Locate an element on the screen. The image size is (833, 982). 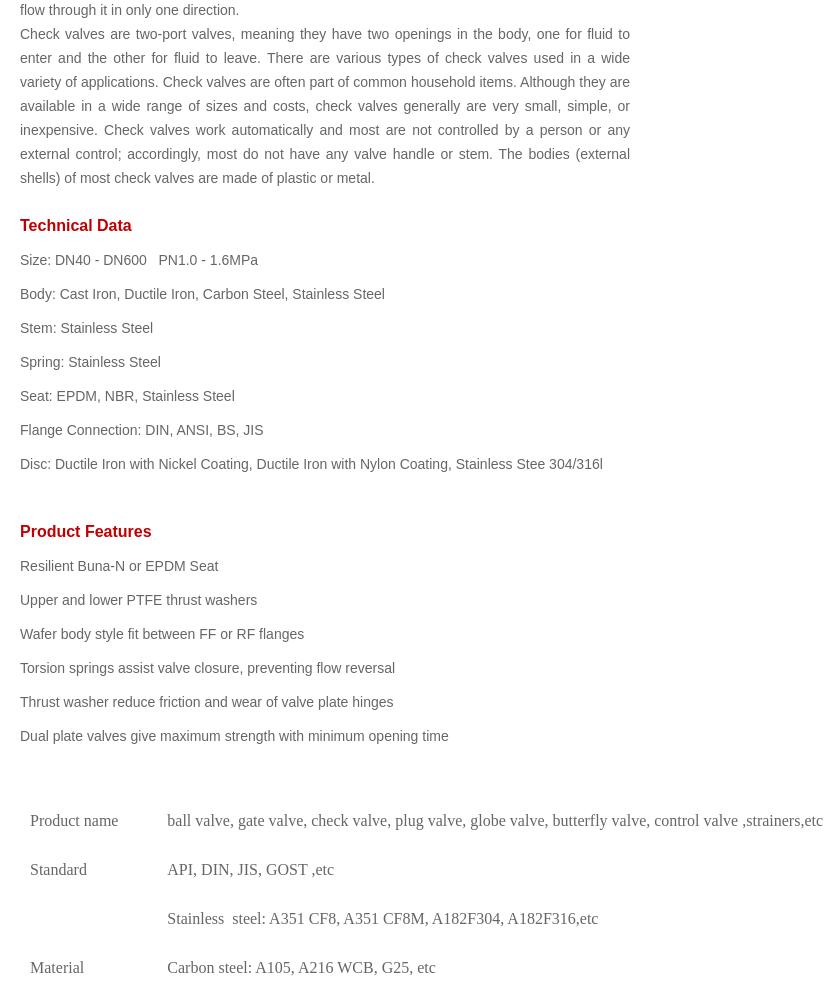
'Resilient Buna-N or EPDM Seat' is located at coordinates (119, 565).